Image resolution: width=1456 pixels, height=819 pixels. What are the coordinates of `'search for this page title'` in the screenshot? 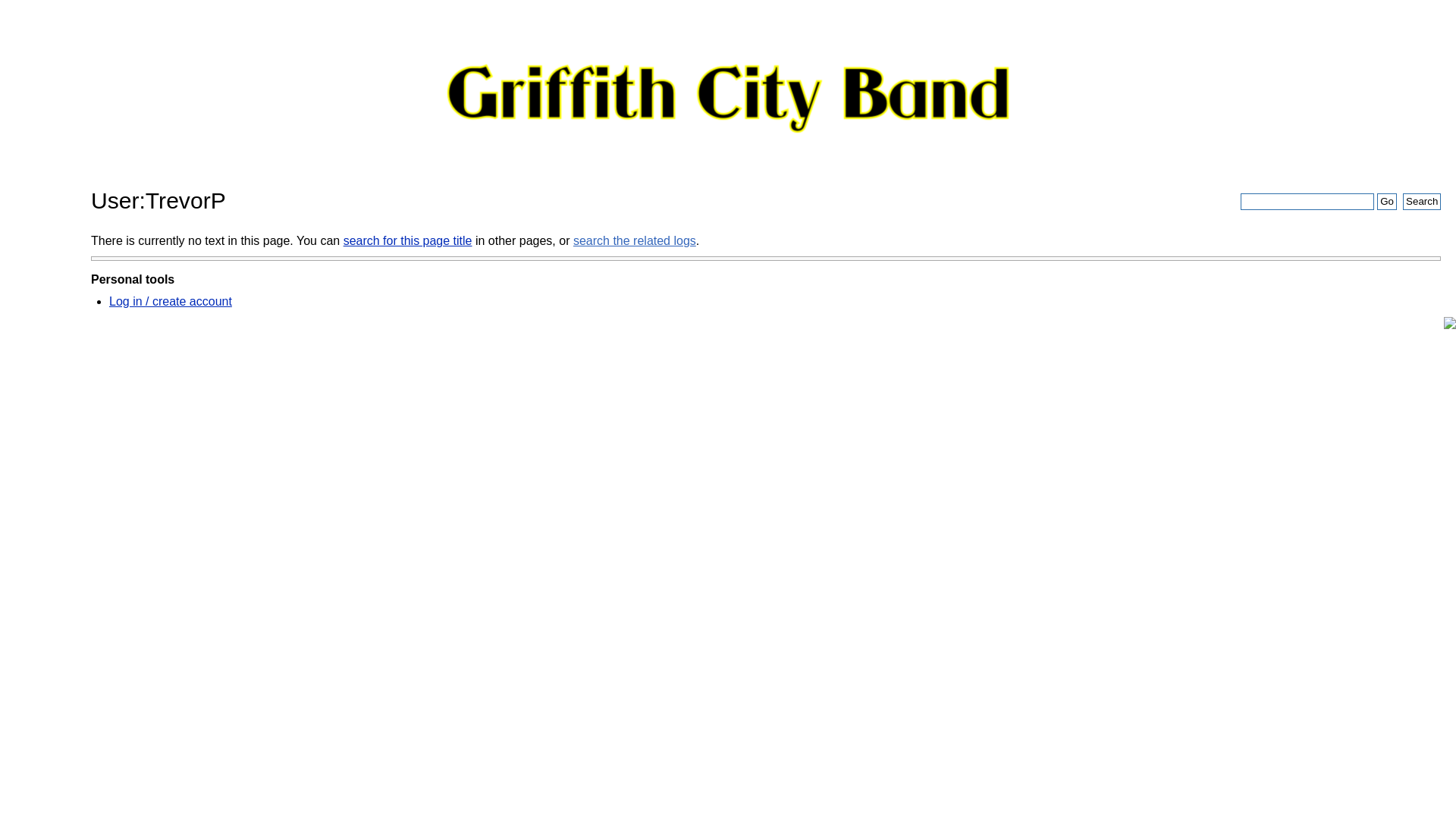 It's located at (407, 240).